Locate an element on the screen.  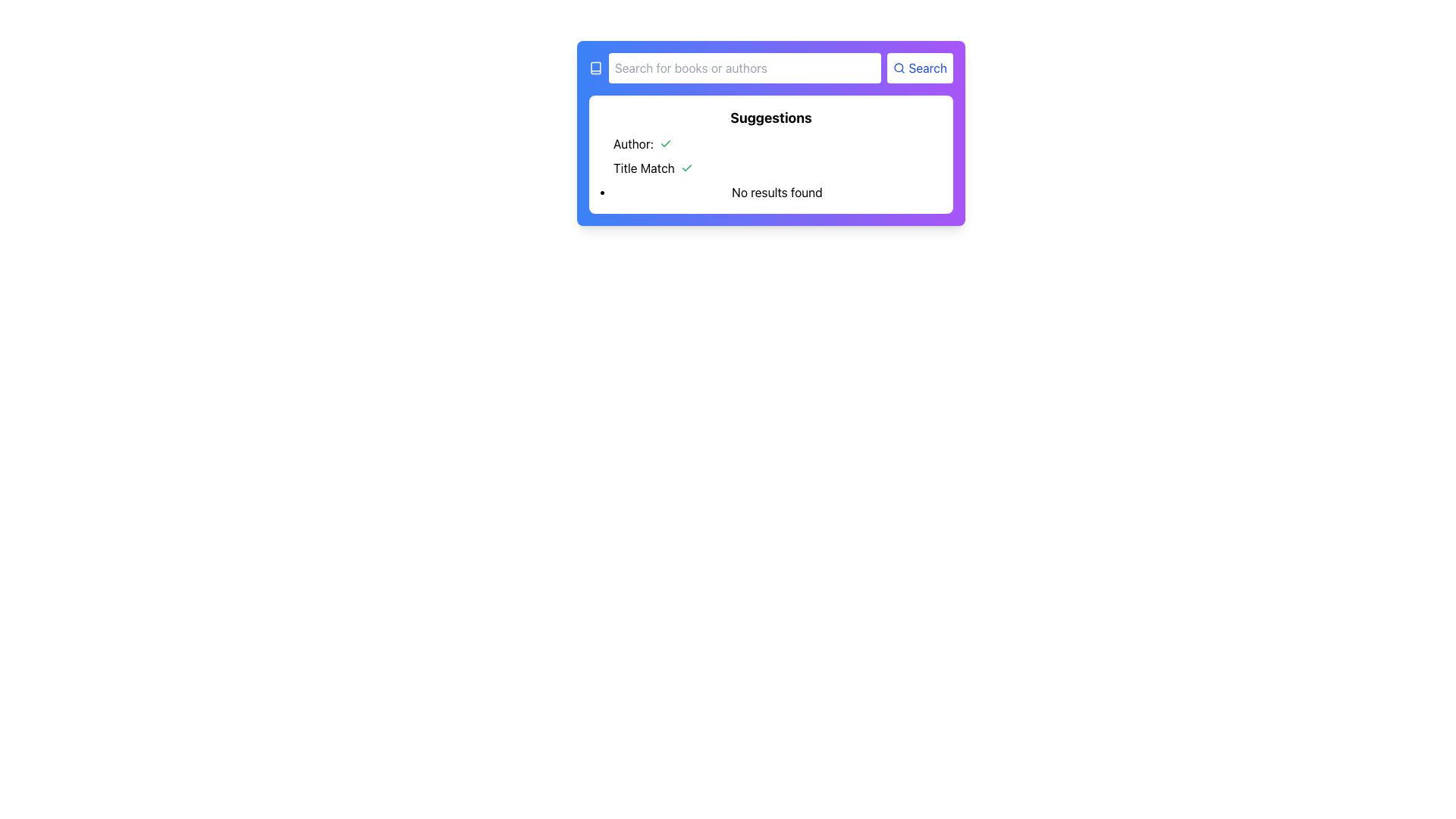
the search icon located inside the 'Search' button, positioned to the left of the text label 'Search' is located at coordinates (899, 67).